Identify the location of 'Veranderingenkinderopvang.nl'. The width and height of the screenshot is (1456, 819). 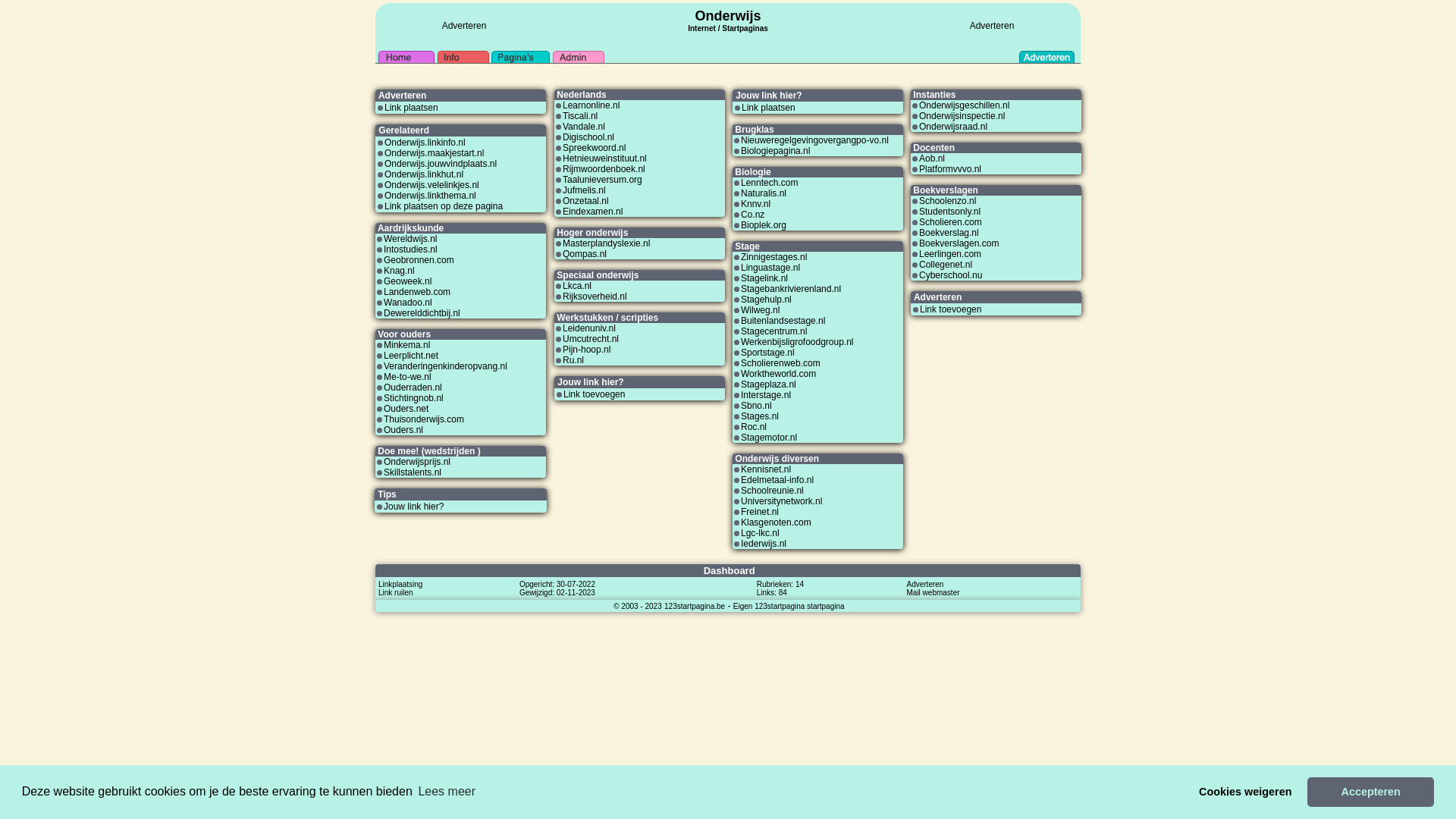
(444, 366).